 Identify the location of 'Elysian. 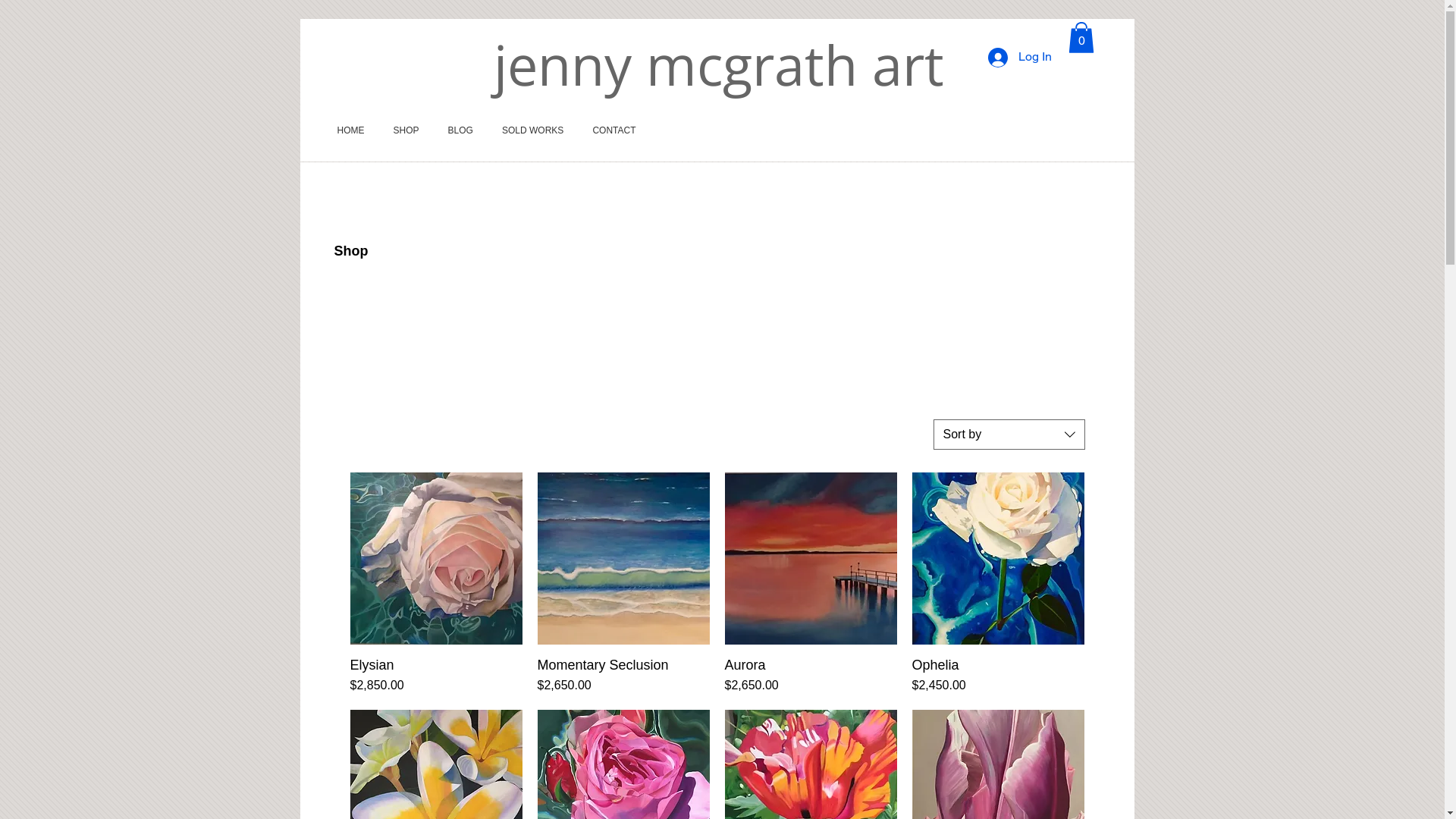
(435, 675).